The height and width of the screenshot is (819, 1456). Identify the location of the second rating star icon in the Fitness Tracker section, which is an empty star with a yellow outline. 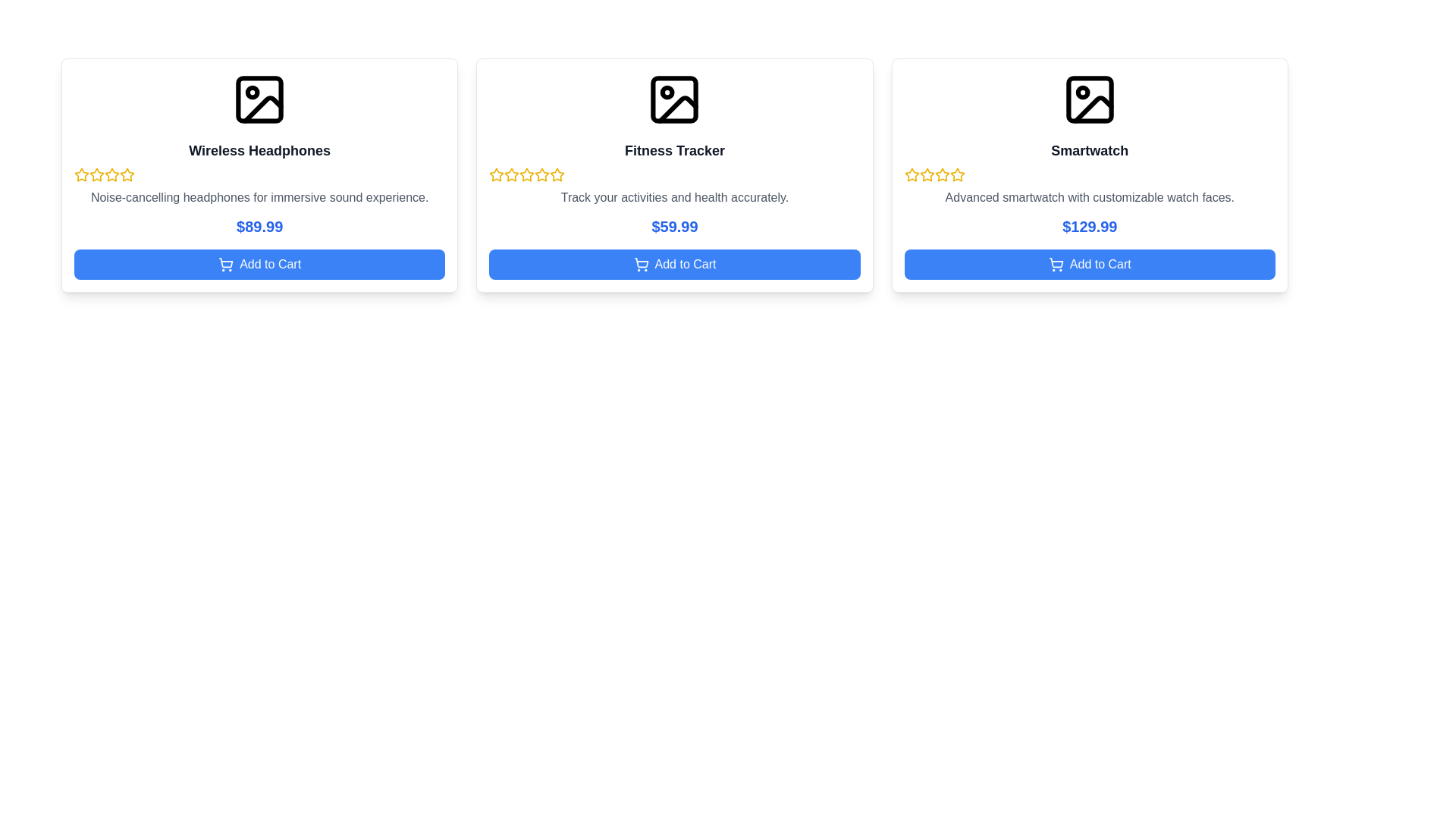
(512, 174).